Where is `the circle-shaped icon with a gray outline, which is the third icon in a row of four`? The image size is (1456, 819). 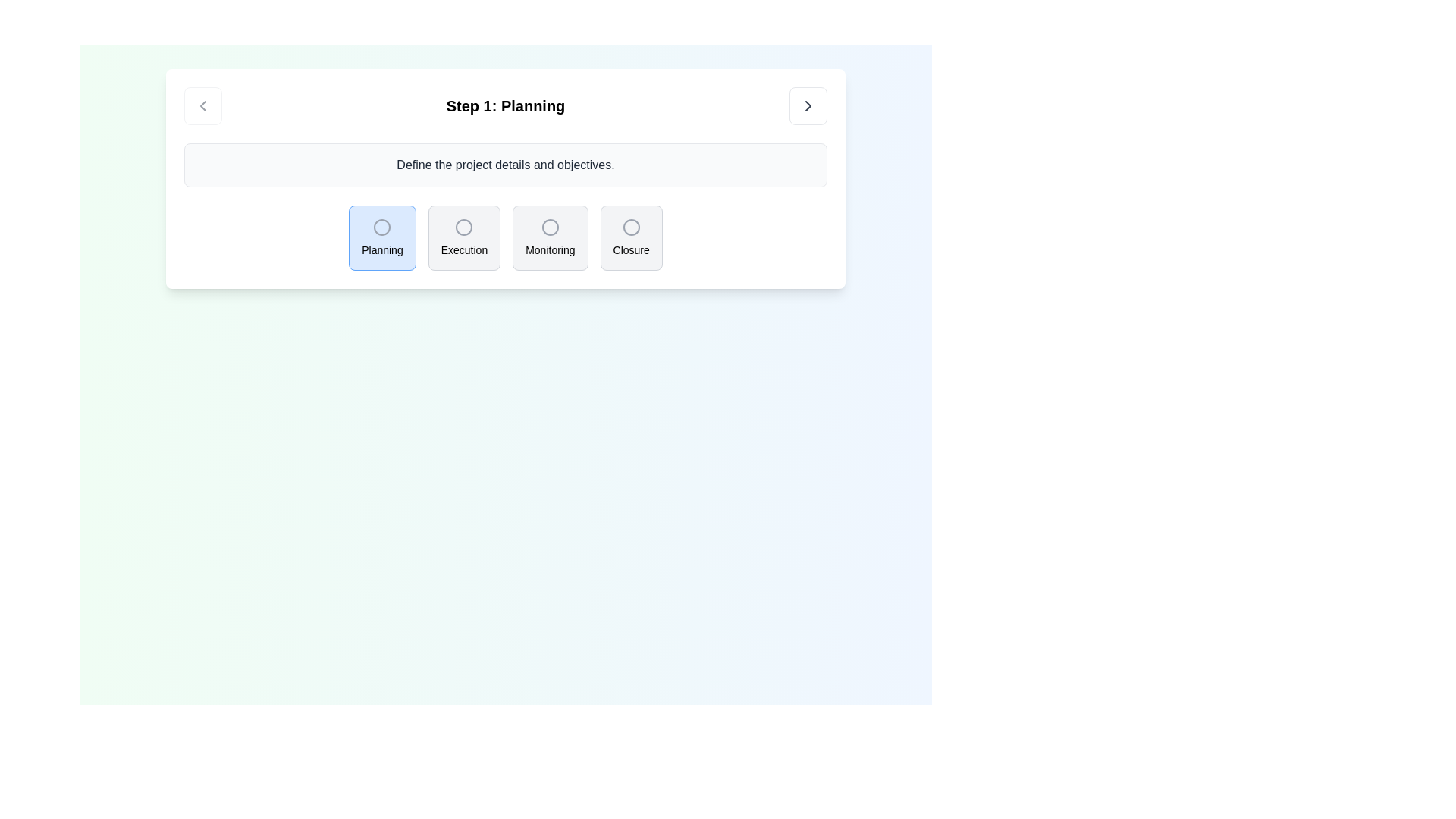 the circle-shaped icon with a gray outline, which is the third icon in a row of four is located at coordinates (549, 227).